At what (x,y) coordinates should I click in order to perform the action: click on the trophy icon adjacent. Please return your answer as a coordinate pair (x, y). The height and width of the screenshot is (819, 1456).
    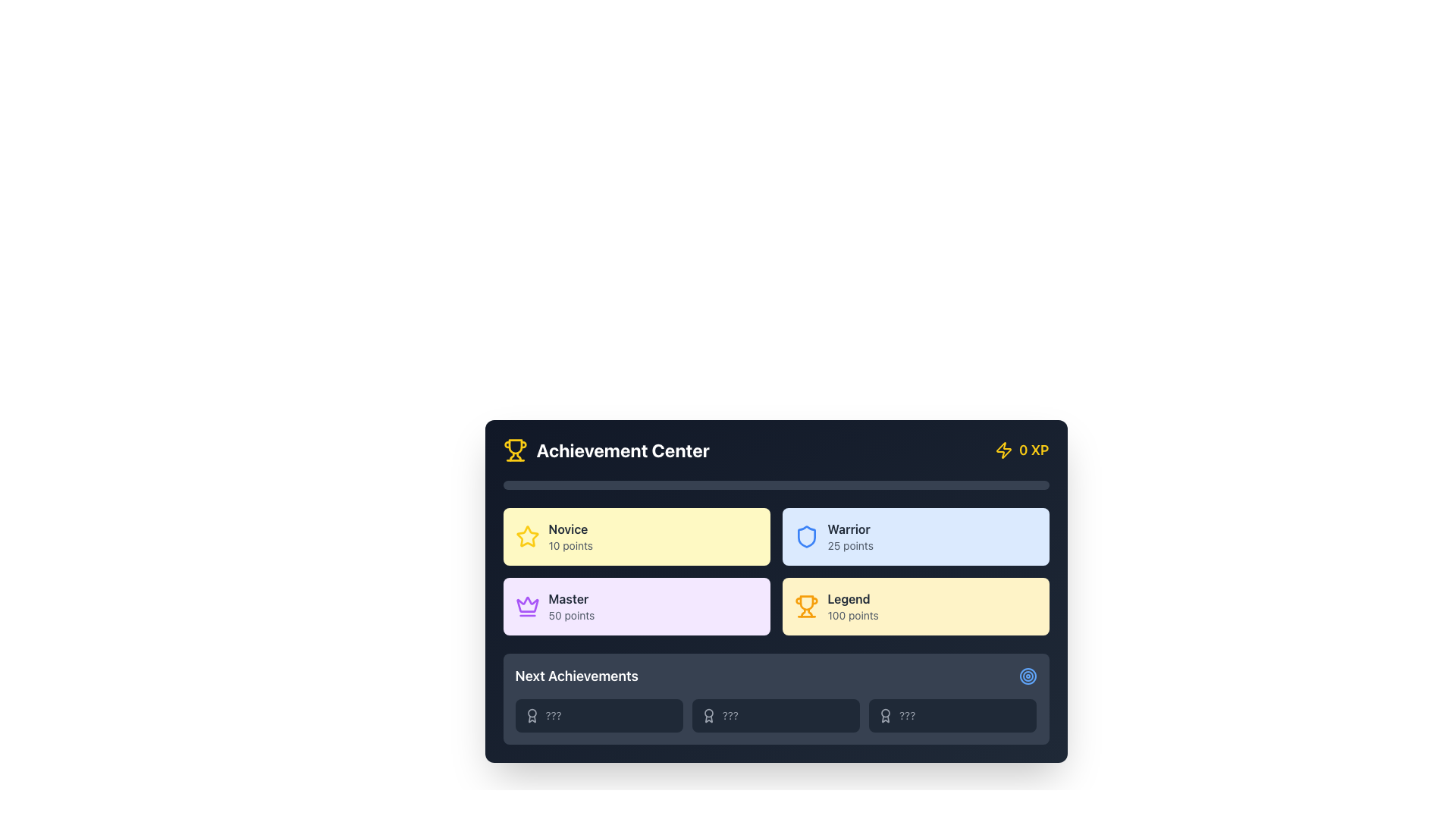
    Looking at the image, I should click on (605, 450).